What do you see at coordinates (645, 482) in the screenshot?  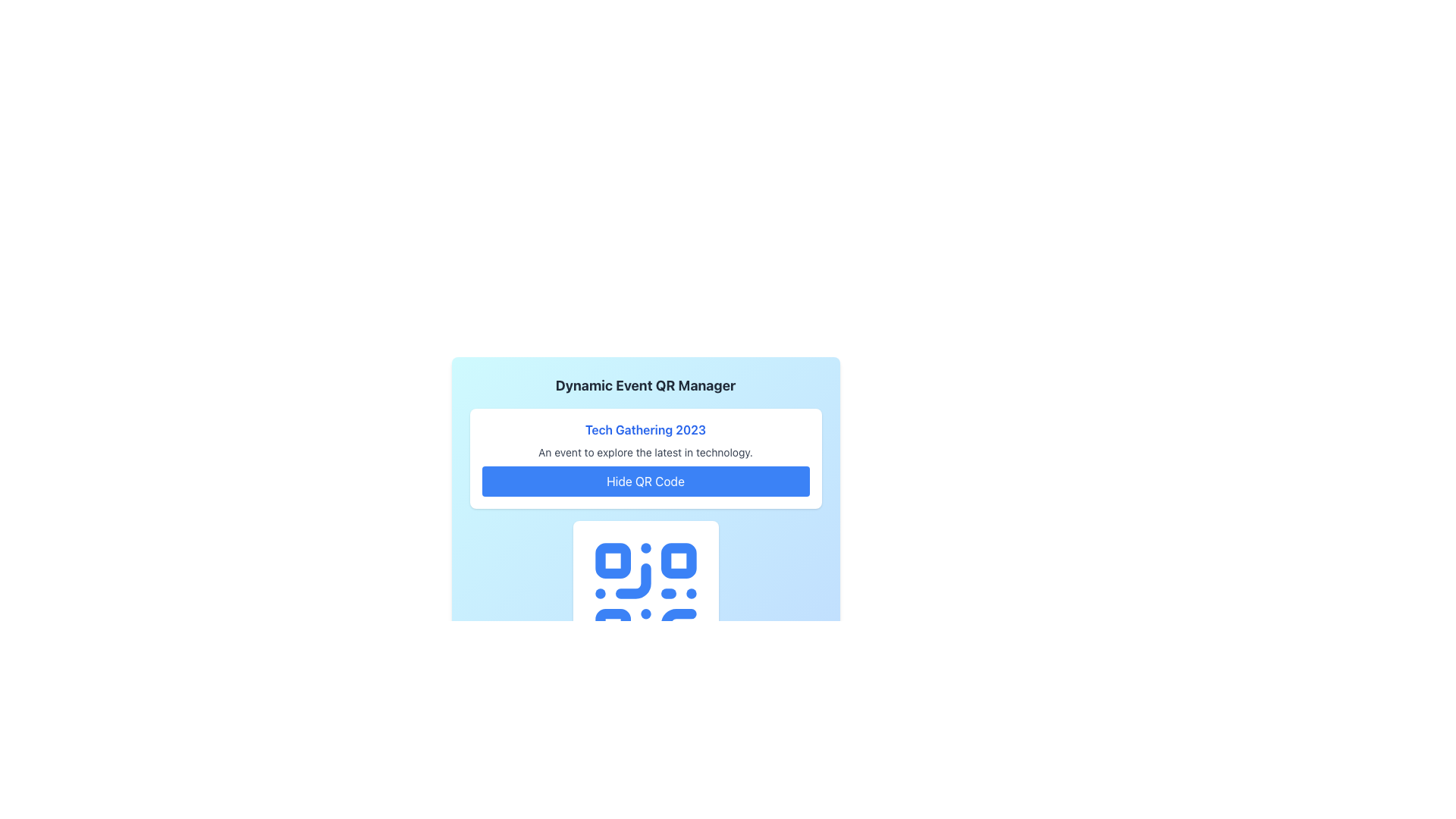 I see `the third button below the text 'An event` at bounding box center [645, 482].